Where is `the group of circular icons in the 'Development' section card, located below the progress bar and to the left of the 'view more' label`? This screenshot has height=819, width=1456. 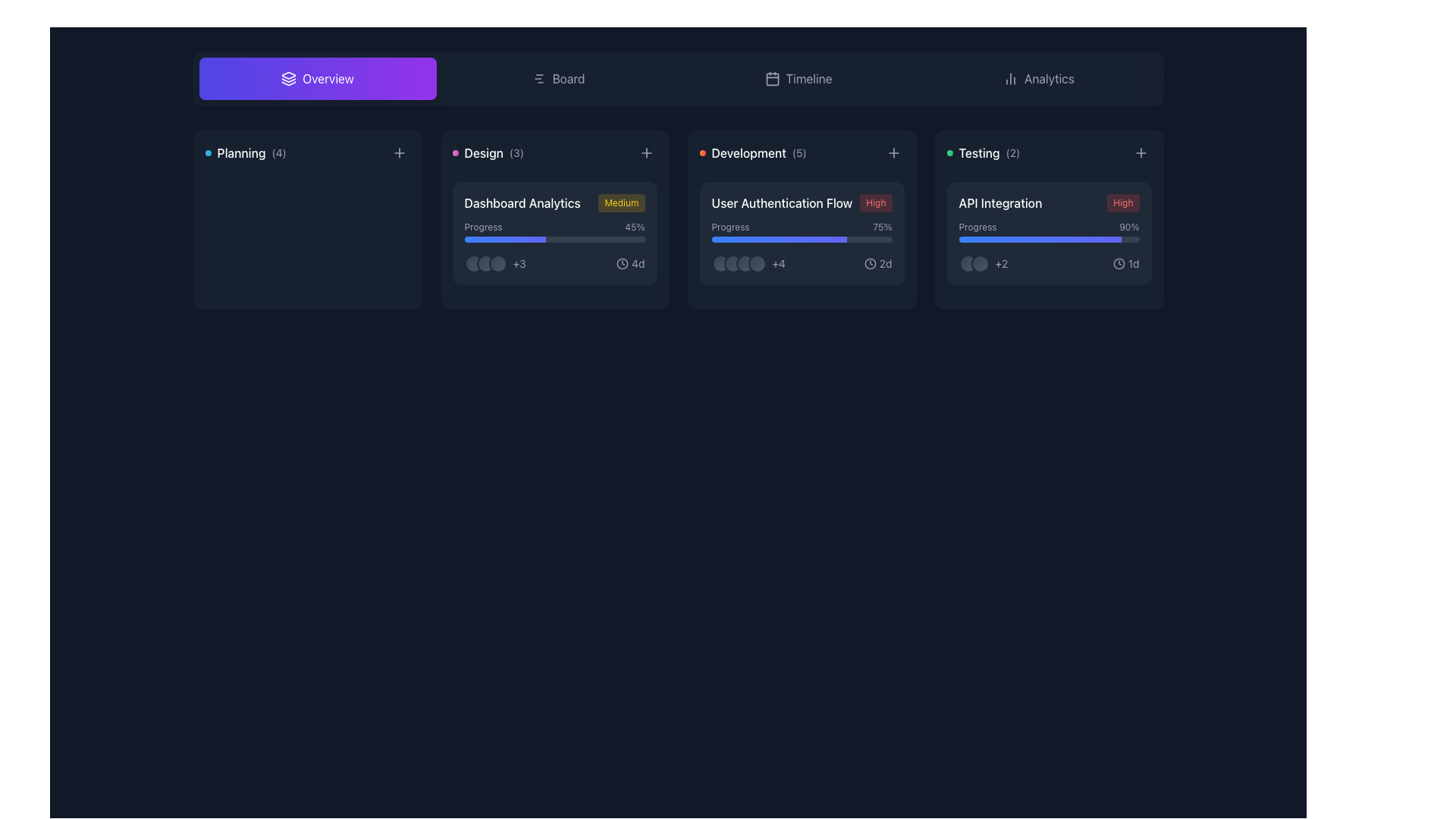
the group of circular icons in the 'Development' section card, located below the progress bar and to the left of the 'view more' label is located at coordinates (739, 262).